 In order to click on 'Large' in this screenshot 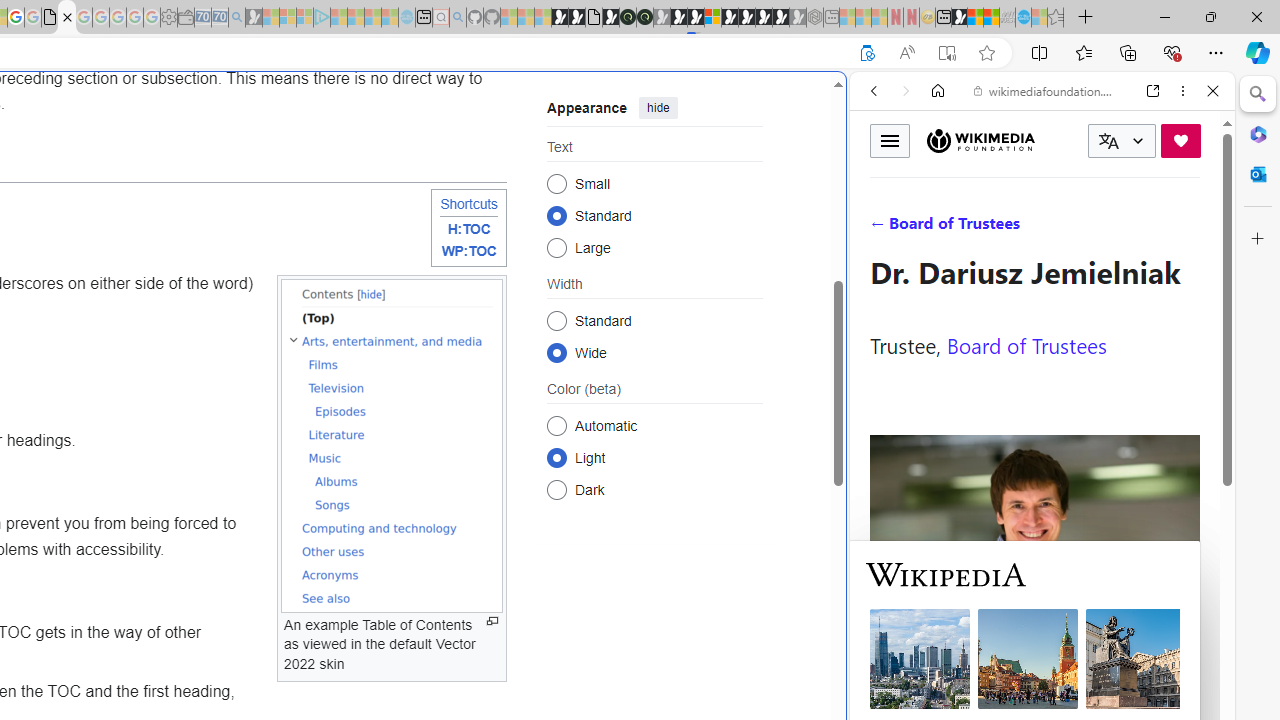, I will do `click(556, 246)`.